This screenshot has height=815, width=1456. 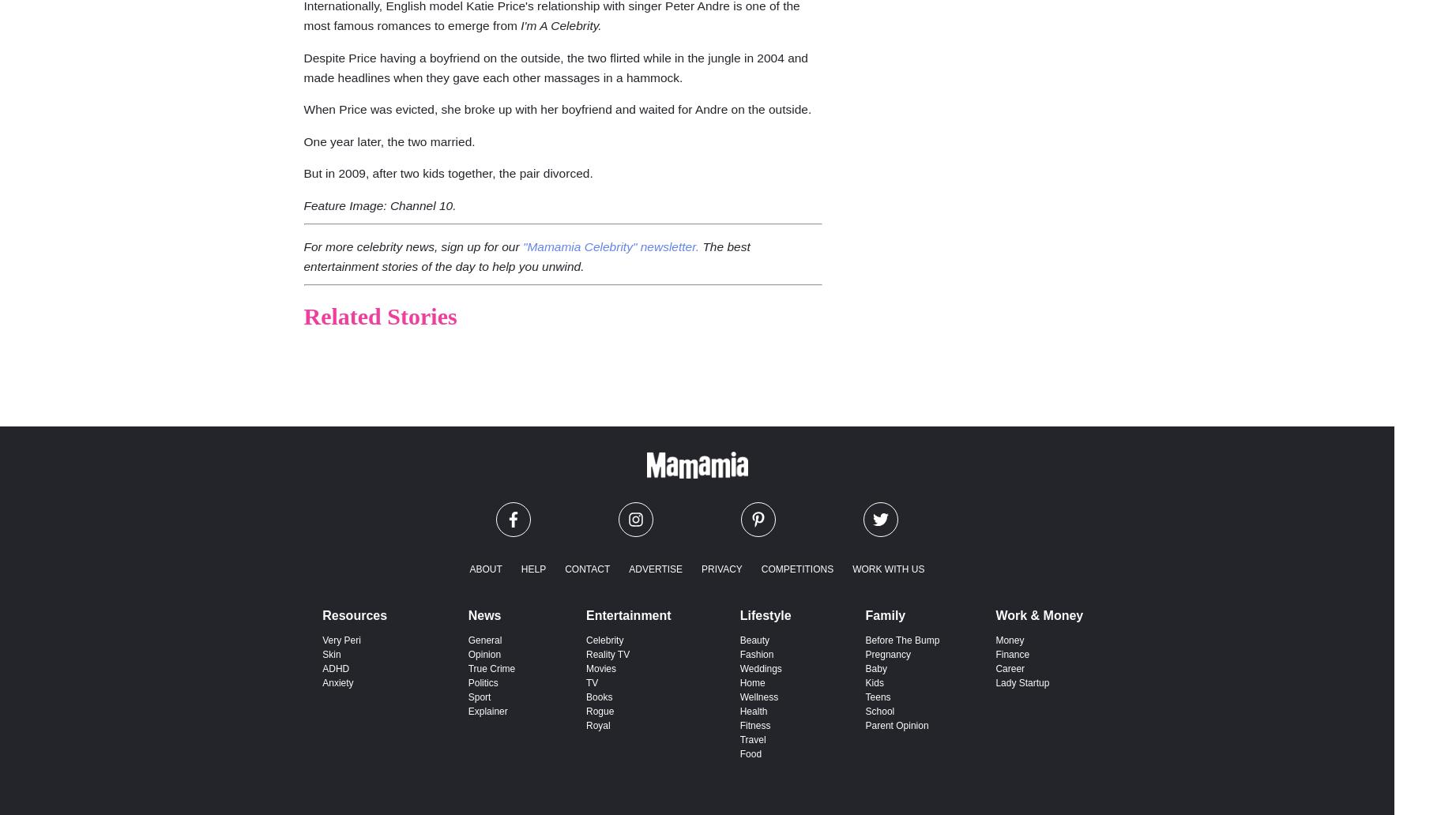 I want to click on 'Home', so click(x=751, y=682).